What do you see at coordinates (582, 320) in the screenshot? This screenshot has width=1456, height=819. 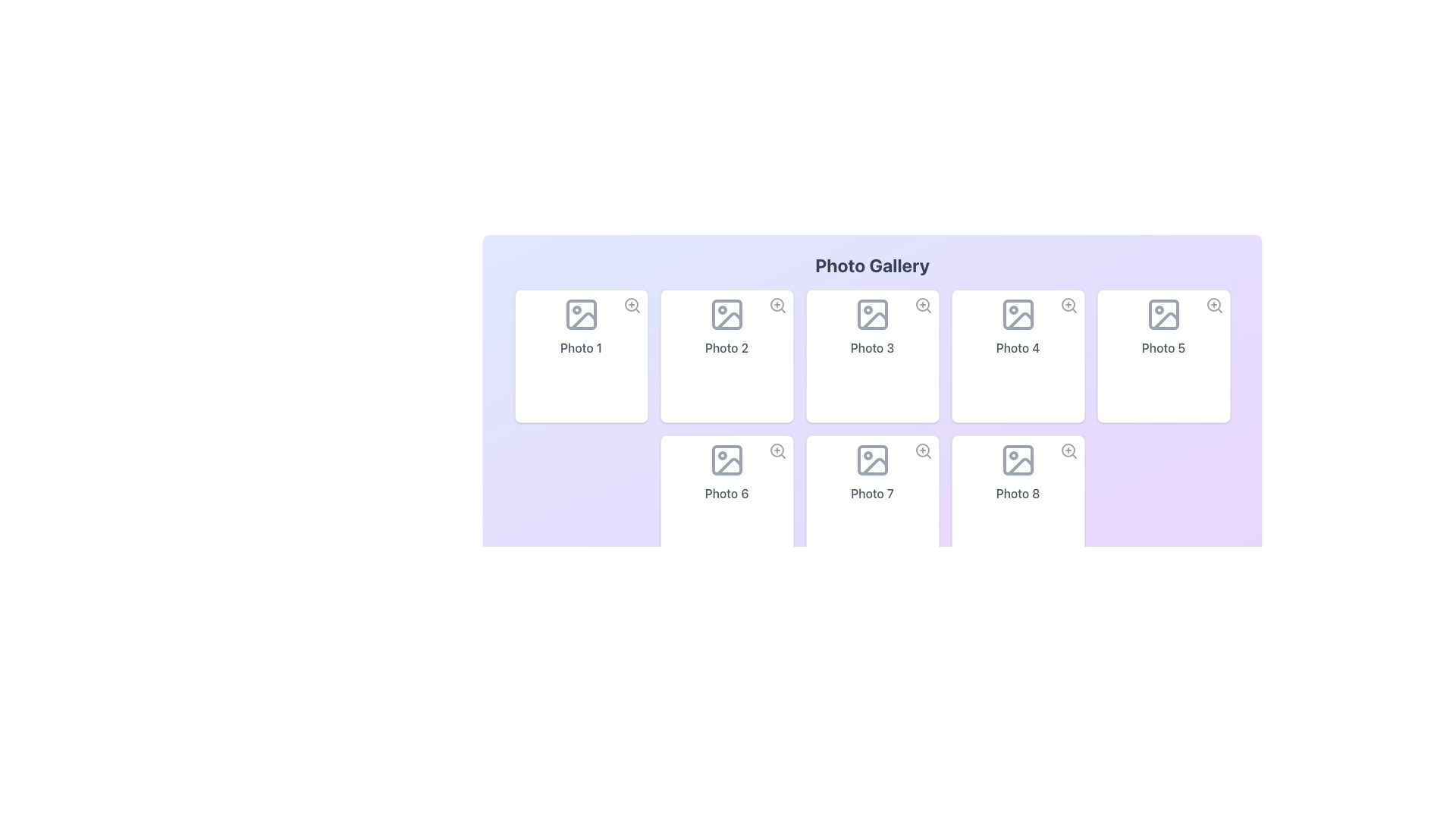 I see `graphical decorative element resembling an abstract mountain and sun icon located in the first grid item of the gallery interface for debugging purposes` at bounding box center [582, 320].